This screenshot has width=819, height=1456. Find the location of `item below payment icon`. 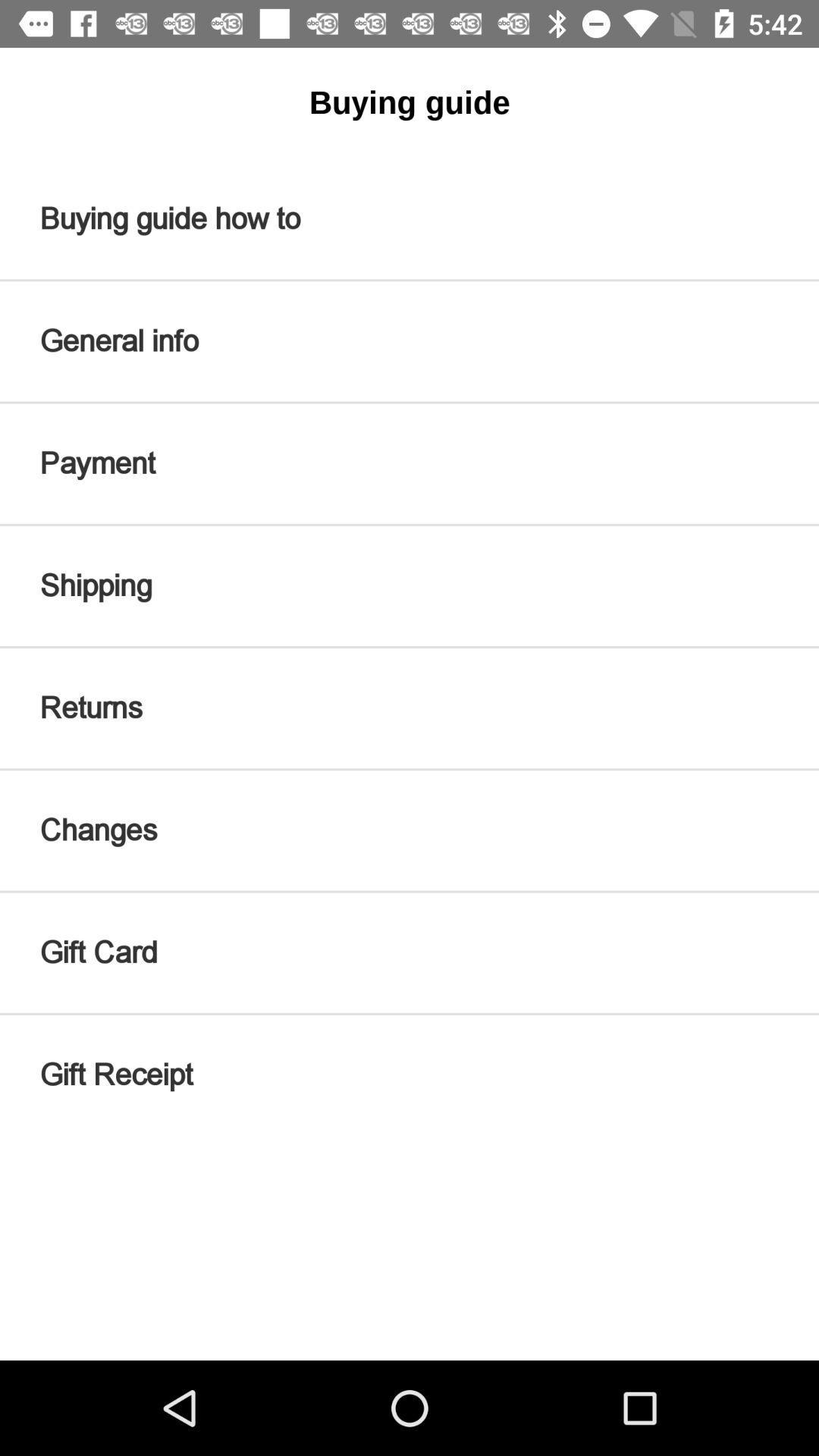

item below payment icon is located at coordinates (409, 585).